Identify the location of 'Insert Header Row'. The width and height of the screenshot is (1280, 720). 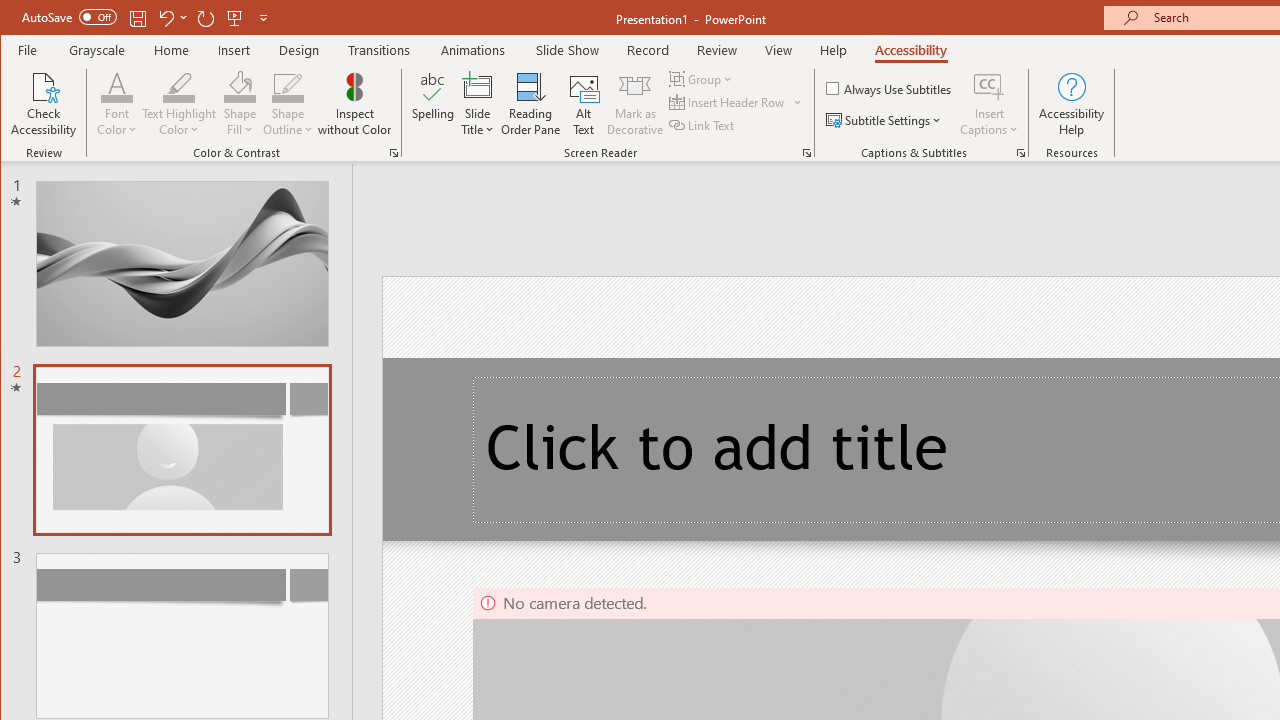
(735, 102).